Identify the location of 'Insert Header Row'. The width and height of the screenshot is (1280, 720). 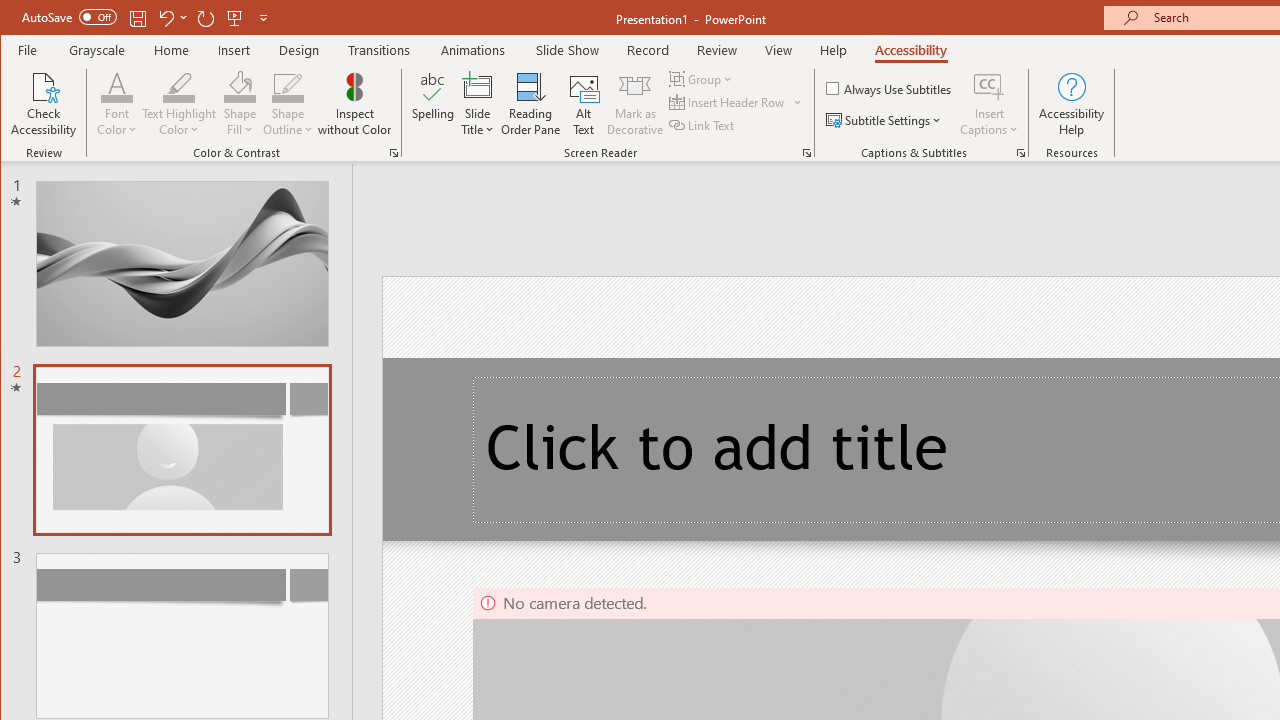
(735, 102).